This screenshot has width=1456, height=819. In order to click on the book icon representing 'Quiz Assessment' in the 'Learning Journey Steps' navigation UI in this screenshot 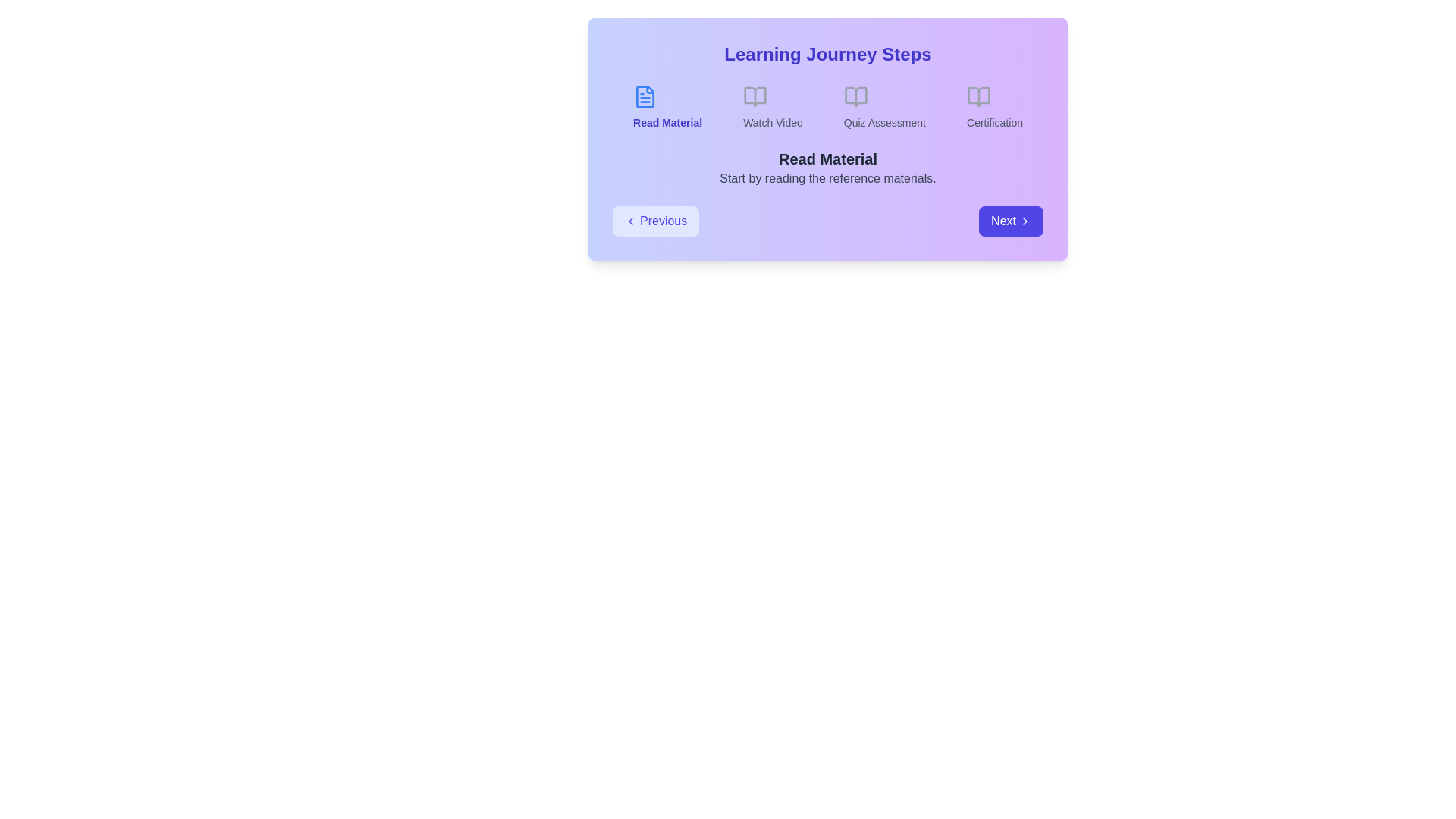, I will do `click(855, 96)`.